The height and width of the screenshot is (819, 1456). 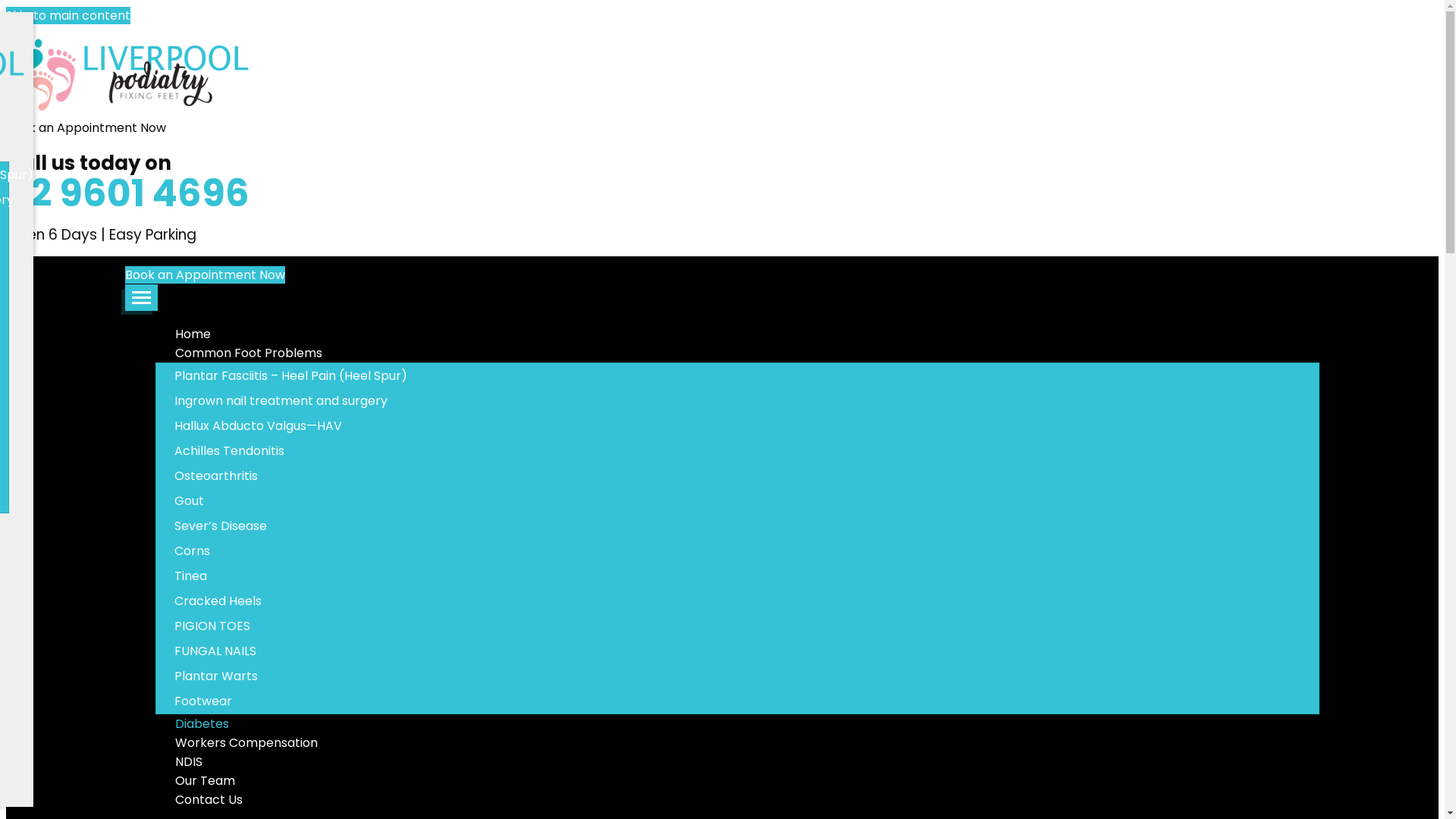 I want to click on 'Skip to main content', so click(x=67, y=15).